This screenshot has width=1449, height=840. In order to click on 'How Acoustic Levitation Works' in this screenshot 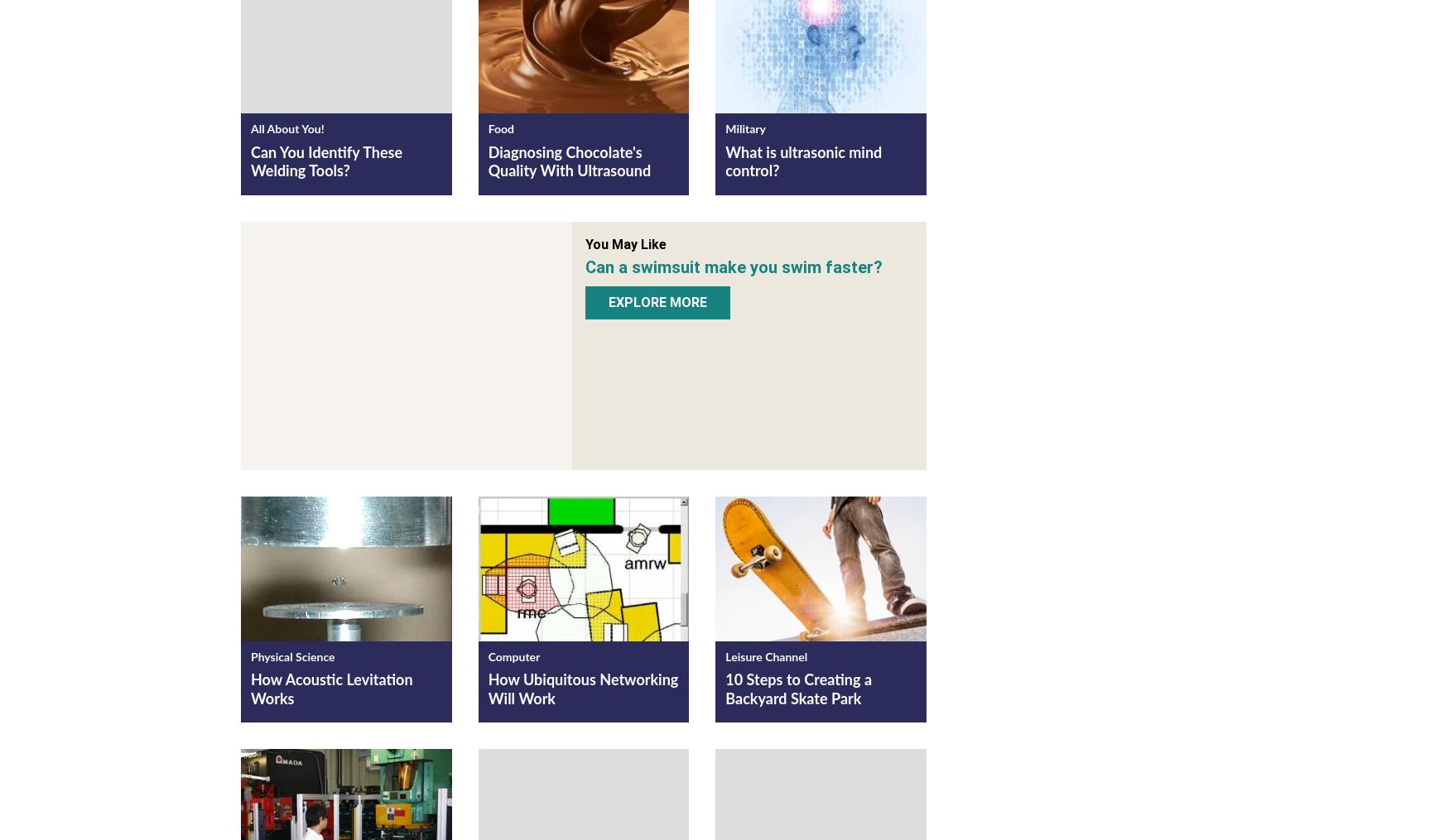, I will do `click(330, 690)`.